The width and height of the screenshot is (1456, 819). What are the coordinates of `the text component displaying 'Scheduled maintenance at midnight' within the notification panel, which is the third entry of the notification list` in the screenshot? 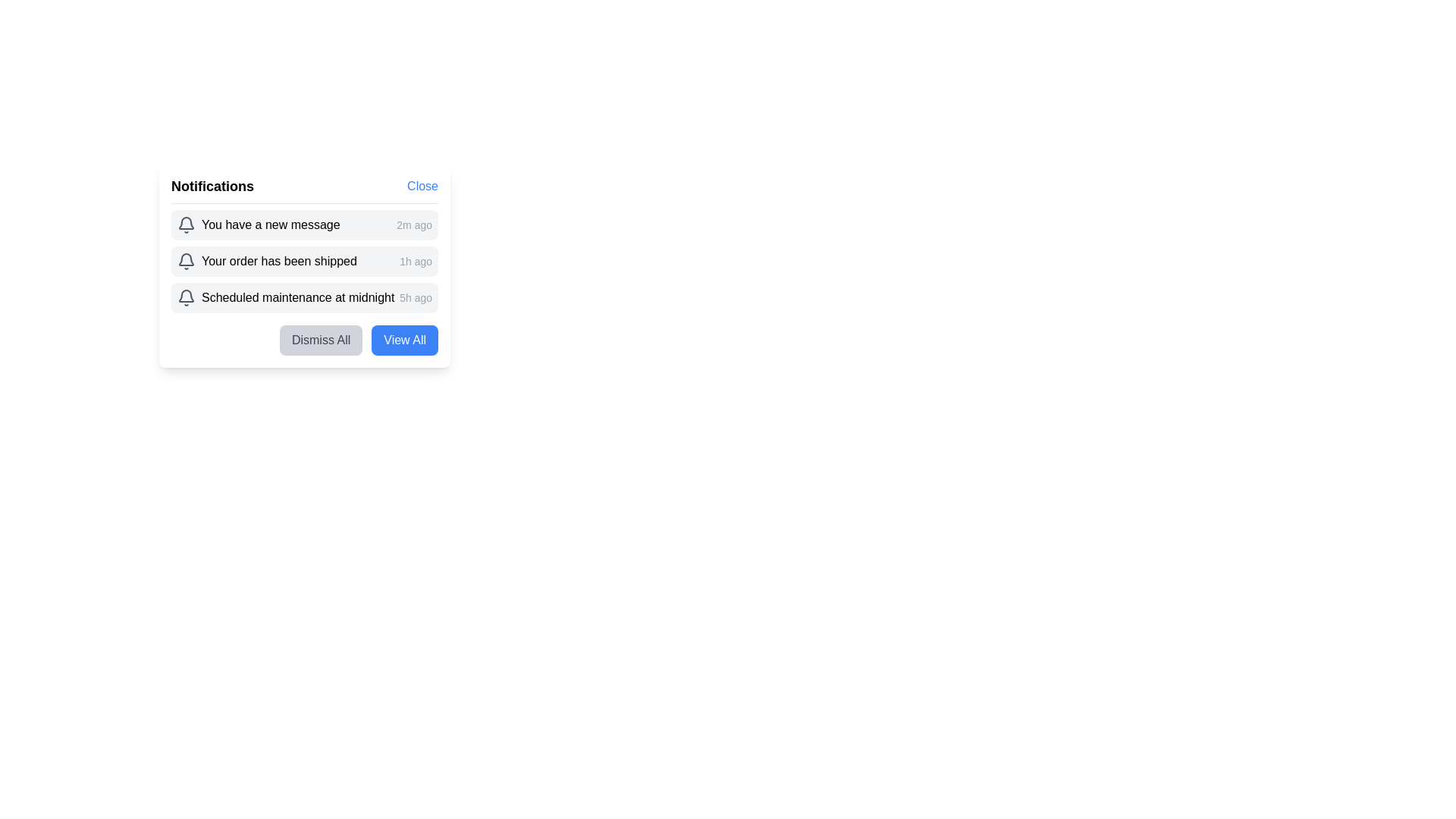 It's located at (298, 298).